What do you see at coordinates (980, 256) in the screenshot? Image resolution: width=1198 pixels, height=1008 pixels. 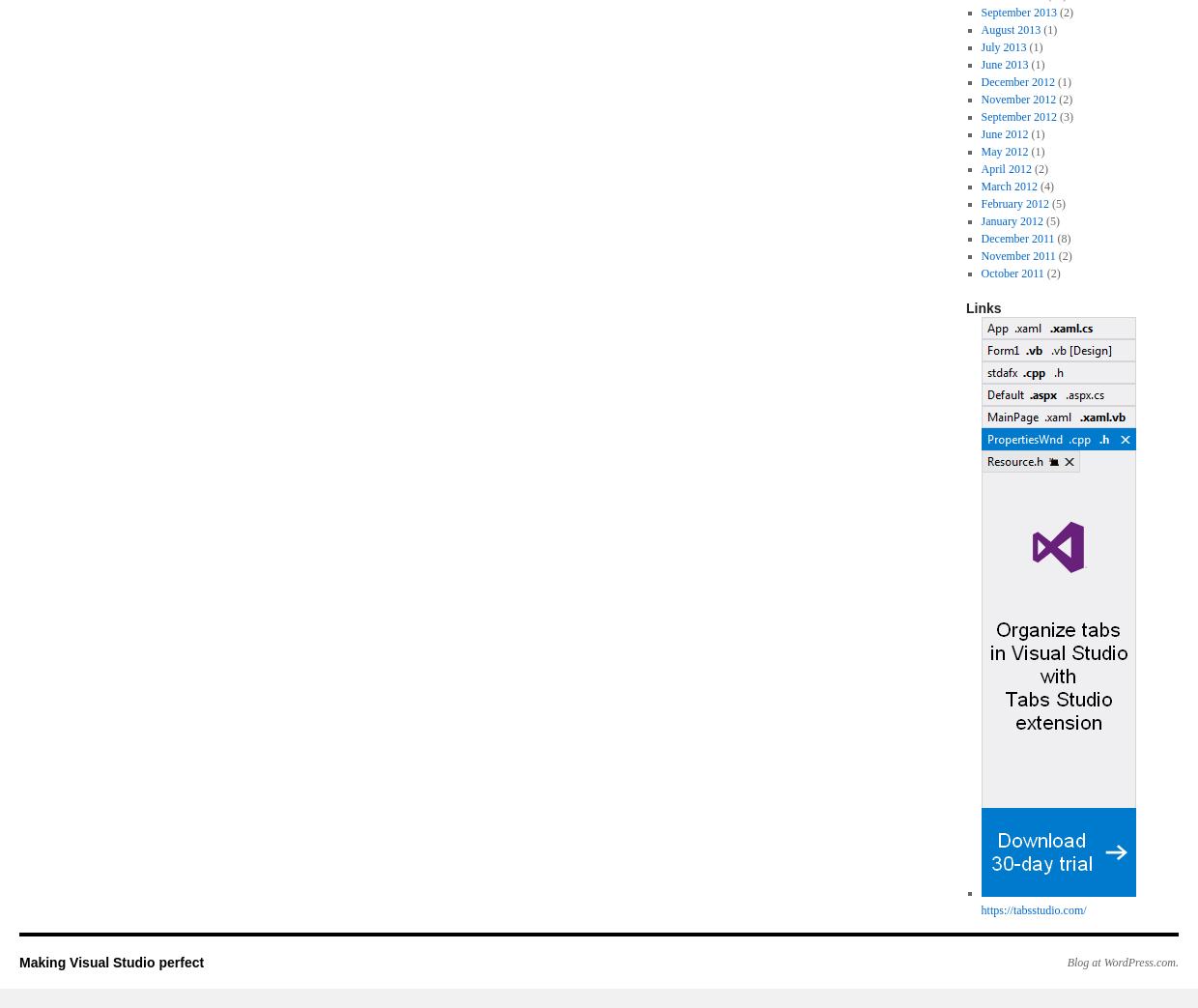 I see `'November 2011'` at bounding box center [980, 256].